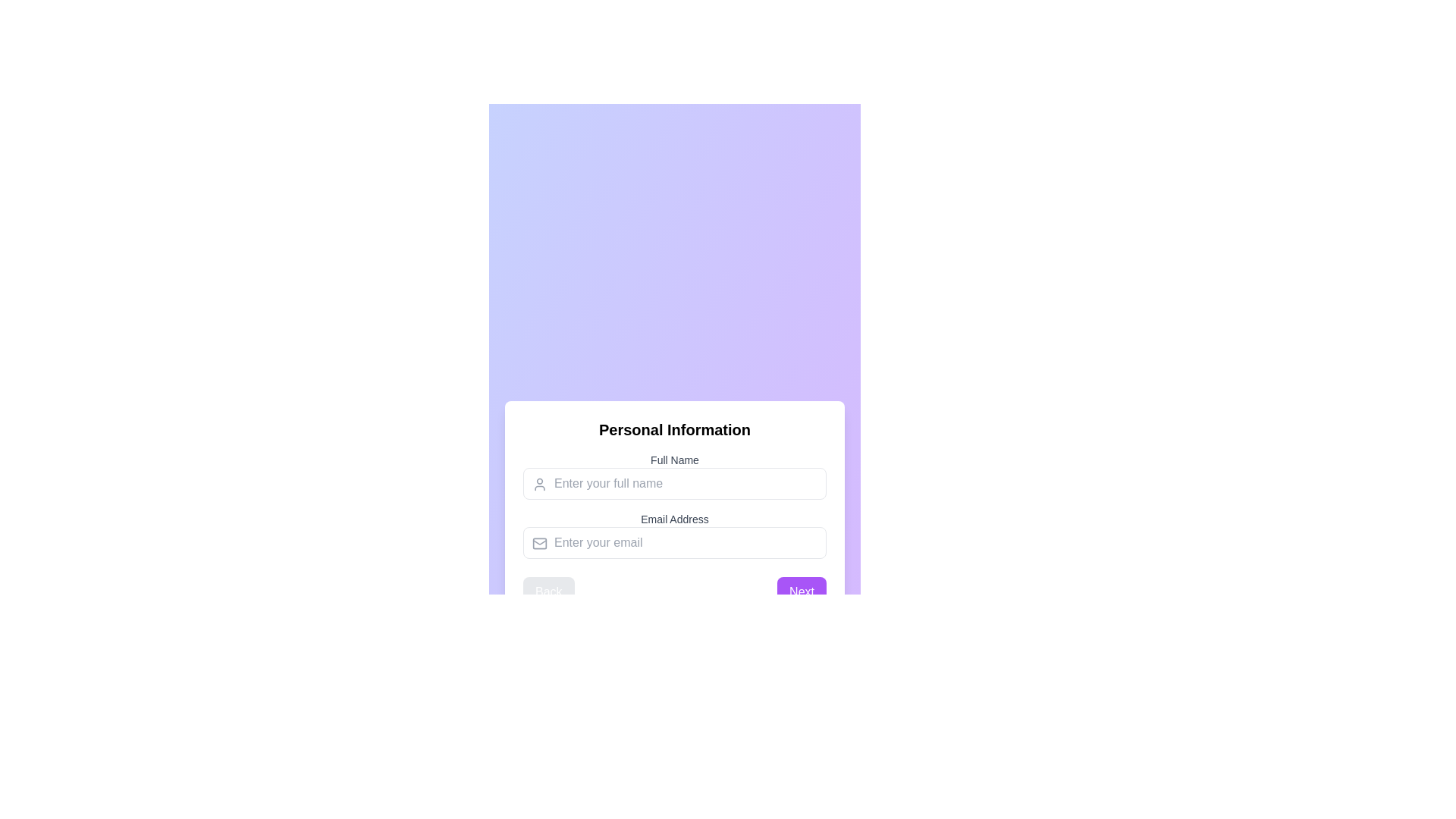  What do you see at coordinates (801, 591) in the screenshot?
I see `the 'Next' button with purple background and white text` at bounding box center [801, 591].